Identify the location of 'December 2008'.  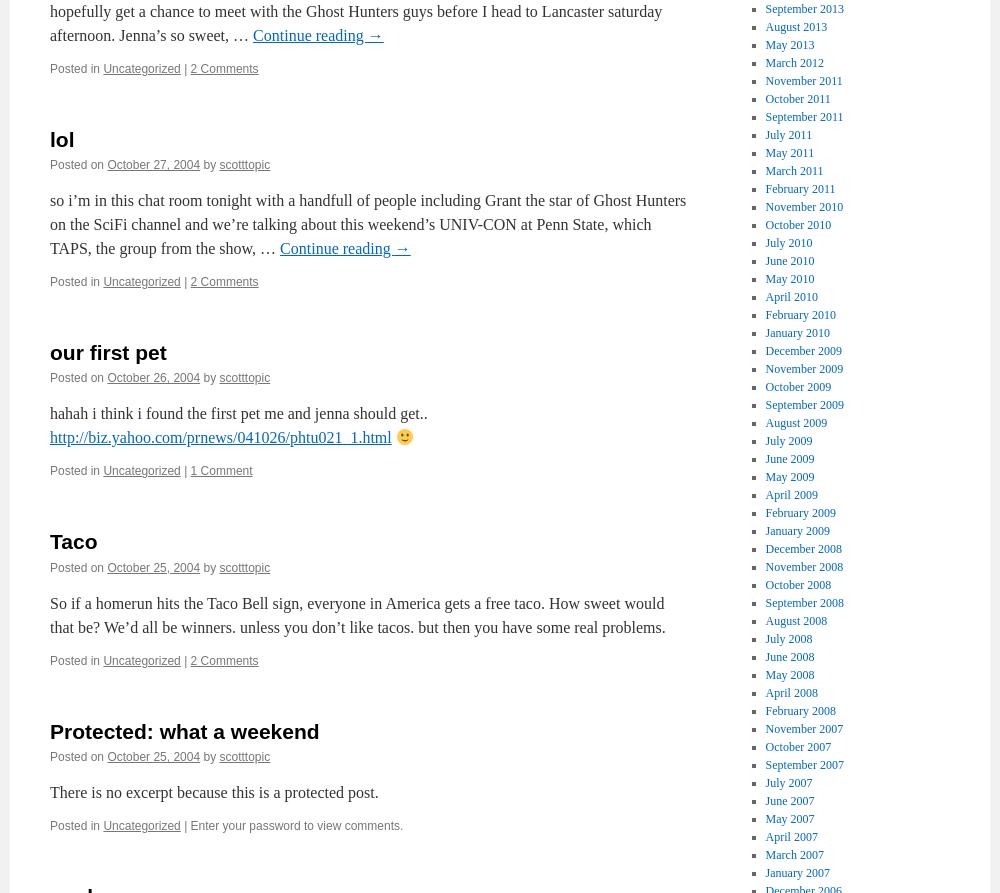
(803, 547).